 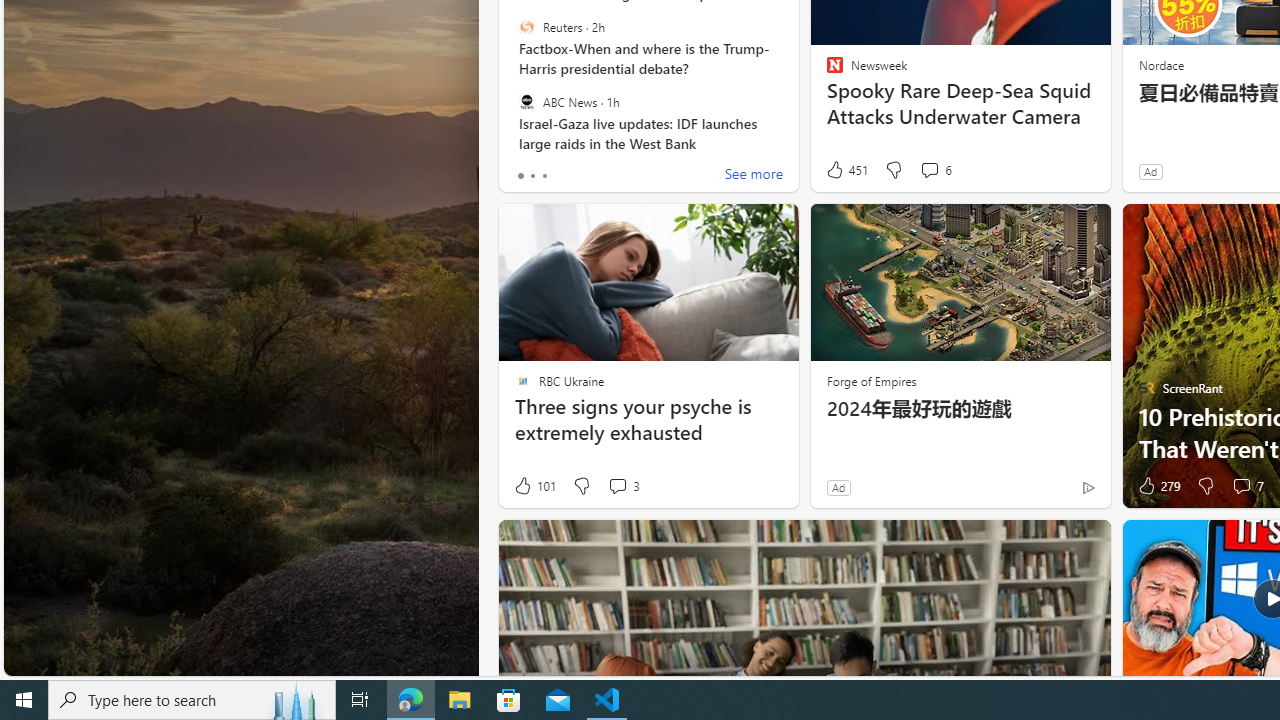 I want to click on 'Forge of Empires', so click(x=871, y=380).